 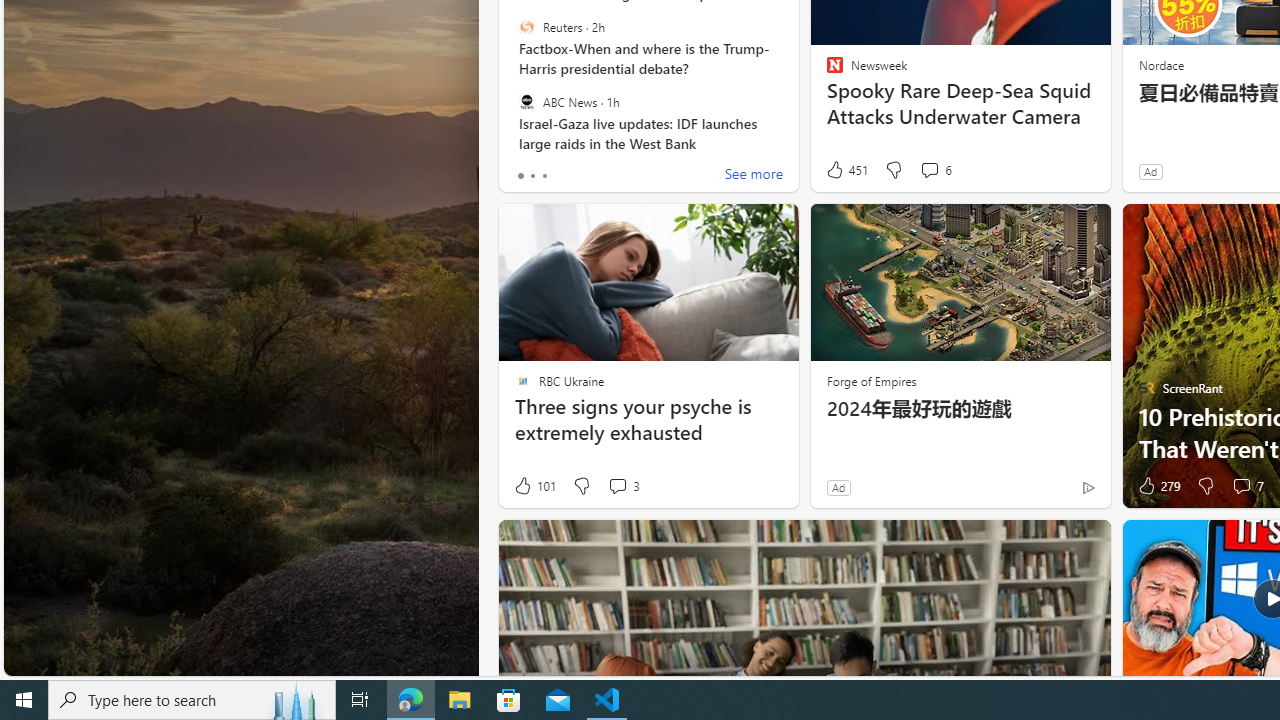 I want to click on 'Forge of Empires', so click(x=871, y=380).